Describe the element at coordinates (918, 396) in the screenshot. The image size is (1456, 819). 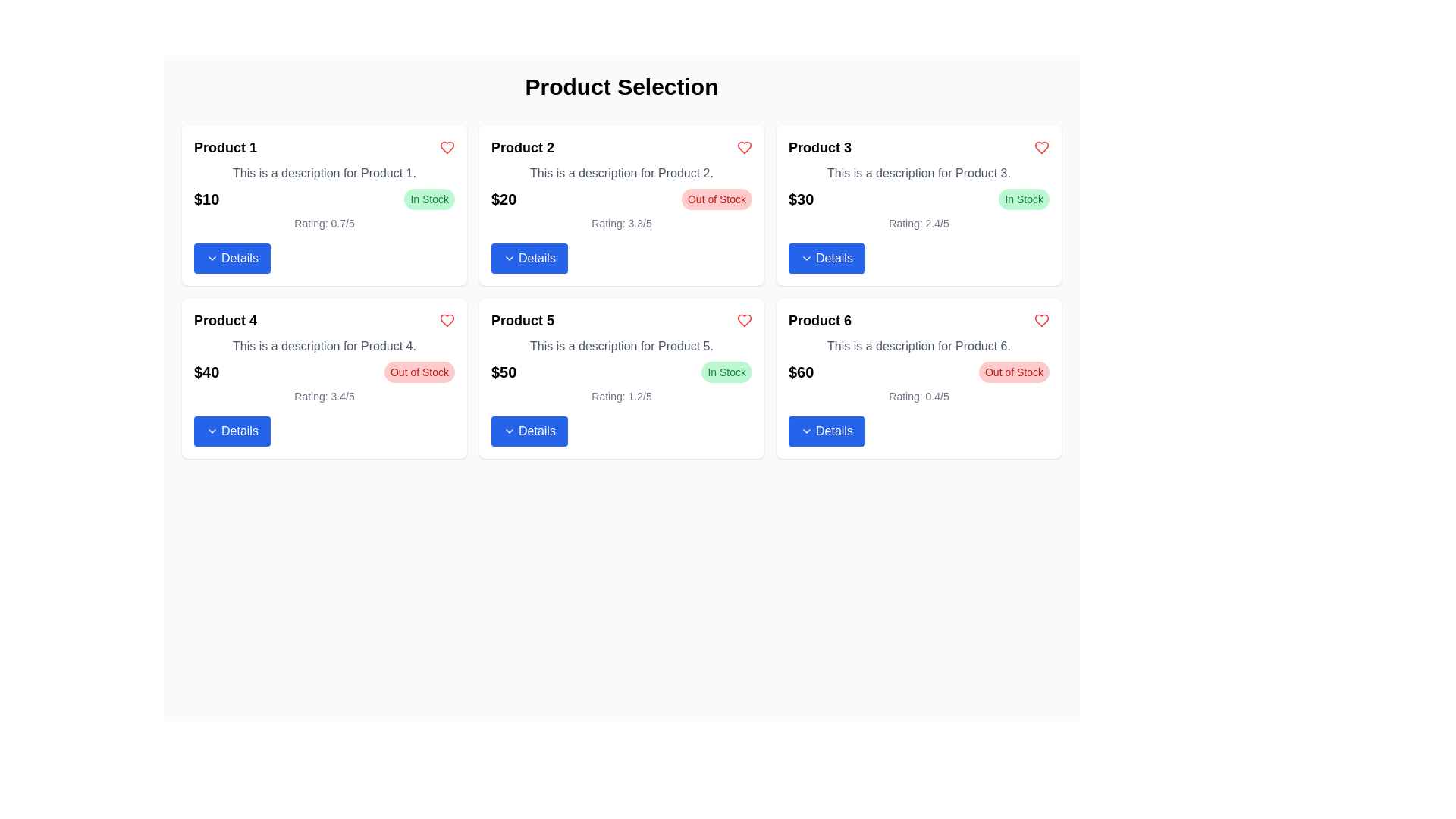
I see `the text label indicating the rating for 'Product 6', which is located above the blue 'Details' button and below the red 'Out of Stock' label` at that location.